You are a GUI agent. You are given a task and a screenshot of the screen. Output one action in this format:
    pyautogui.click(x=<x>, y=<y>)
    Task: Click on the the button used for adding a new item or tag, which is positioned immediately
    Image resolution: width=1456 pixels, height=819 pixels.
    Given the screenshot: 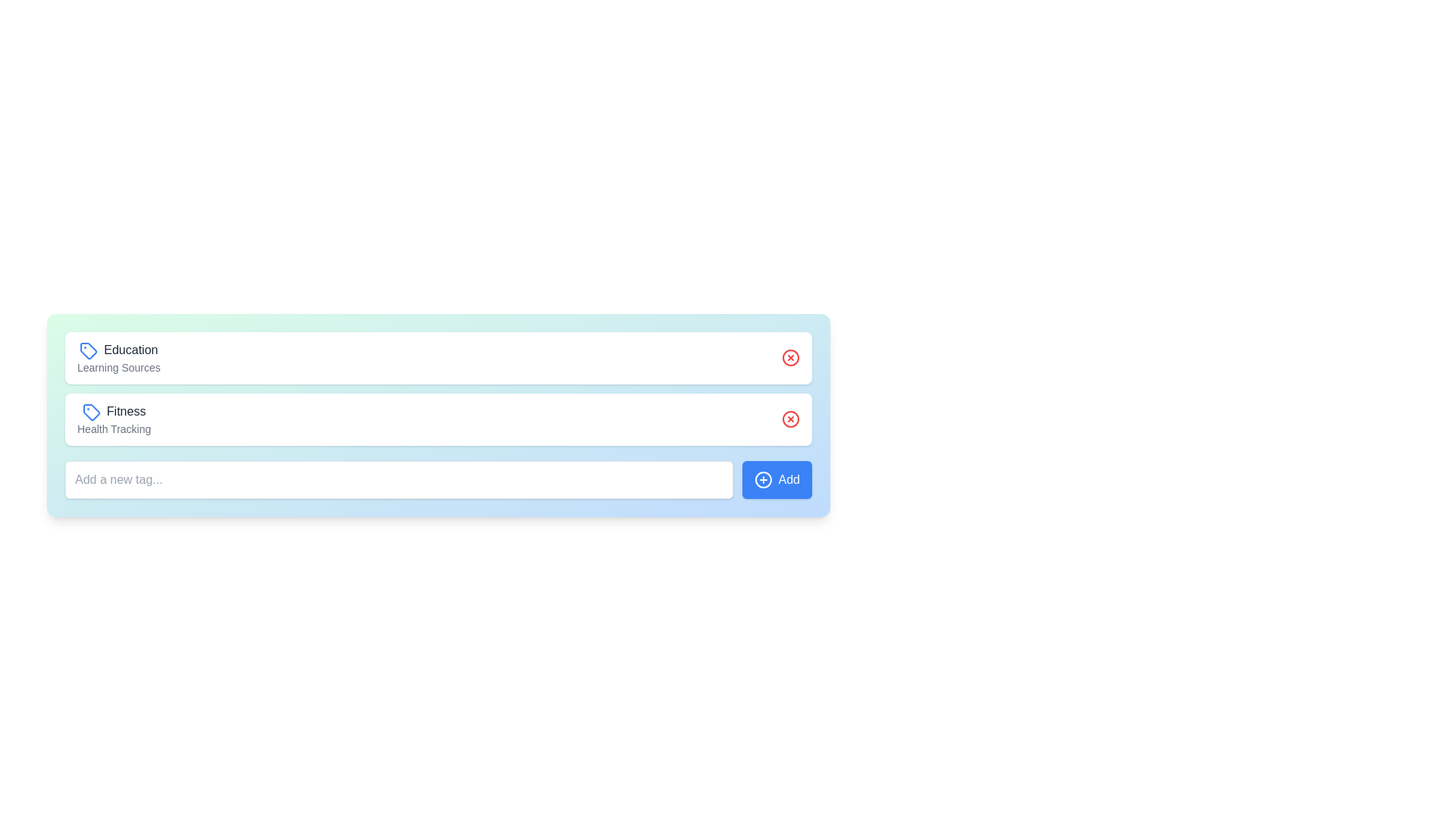 What is the action you would take?
    pyautogui.click(x=777, y=479)
    